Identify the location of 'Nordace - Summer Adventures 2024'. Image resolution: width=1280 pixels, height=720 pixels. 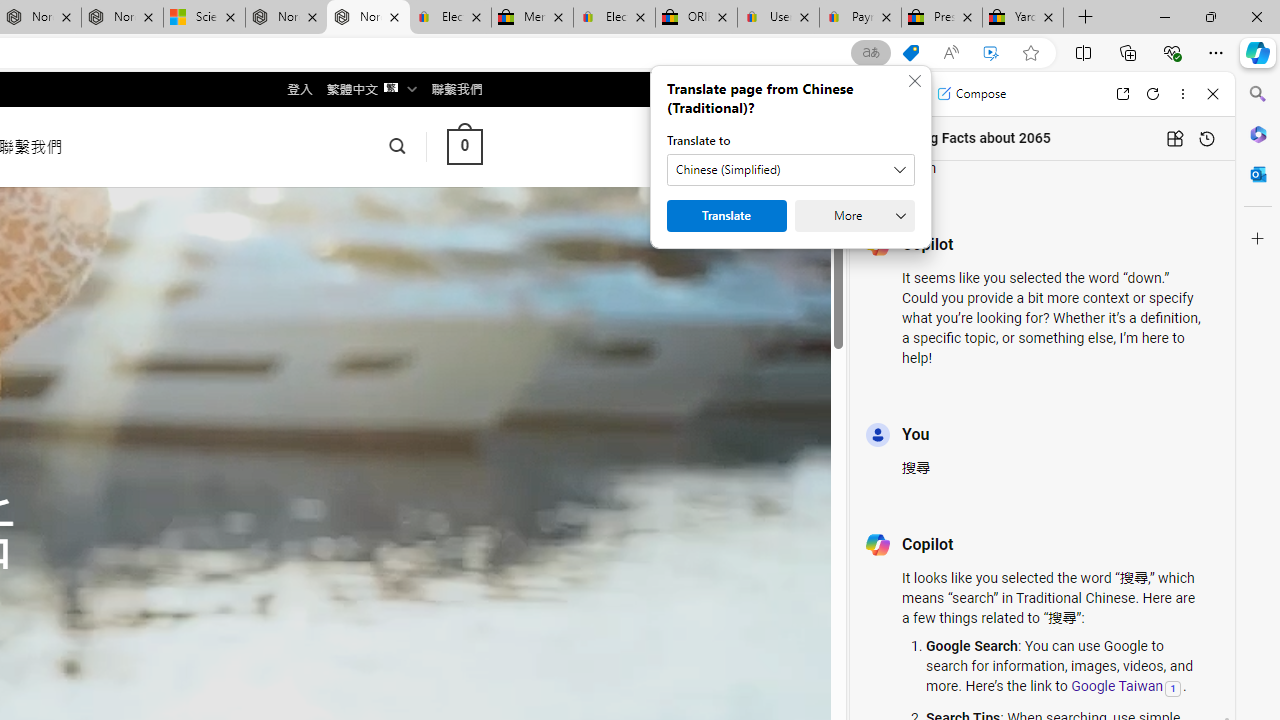
(285, 17).